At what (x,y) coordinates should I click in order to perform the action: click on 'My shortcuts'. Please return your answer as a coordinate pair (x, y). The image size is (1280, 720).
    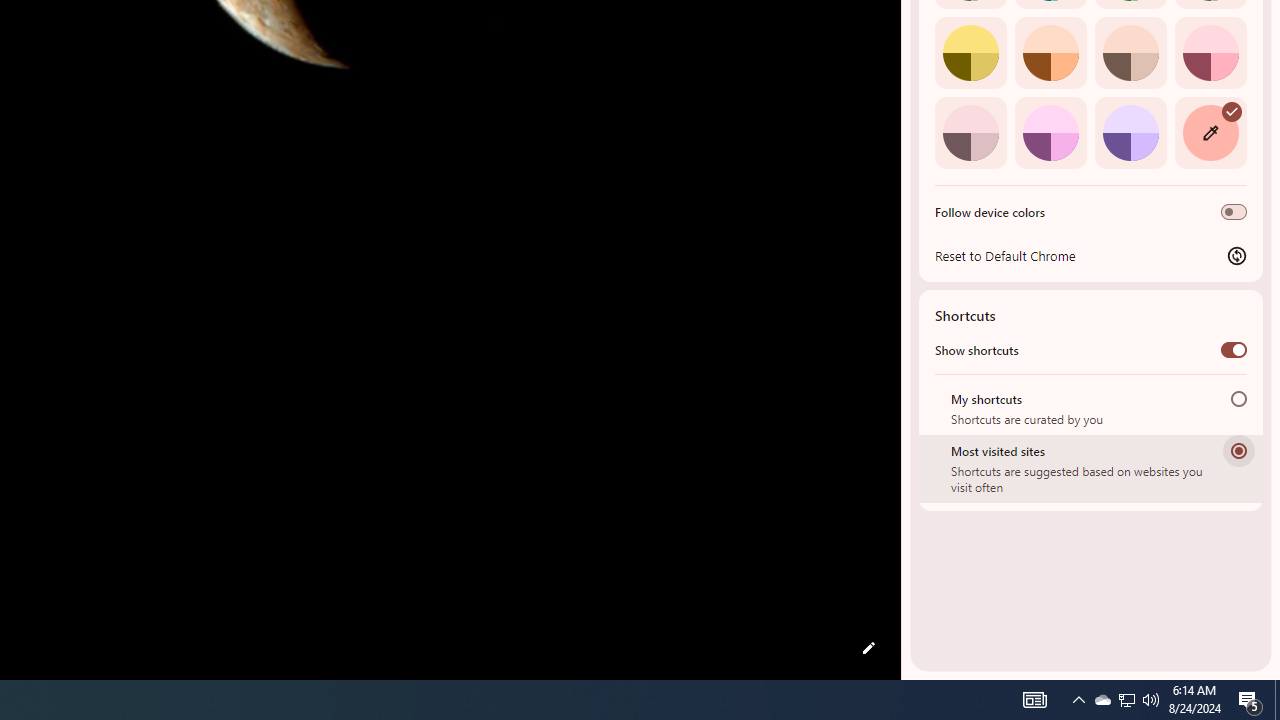
    Looking at the image, I should click on (1238, 398).